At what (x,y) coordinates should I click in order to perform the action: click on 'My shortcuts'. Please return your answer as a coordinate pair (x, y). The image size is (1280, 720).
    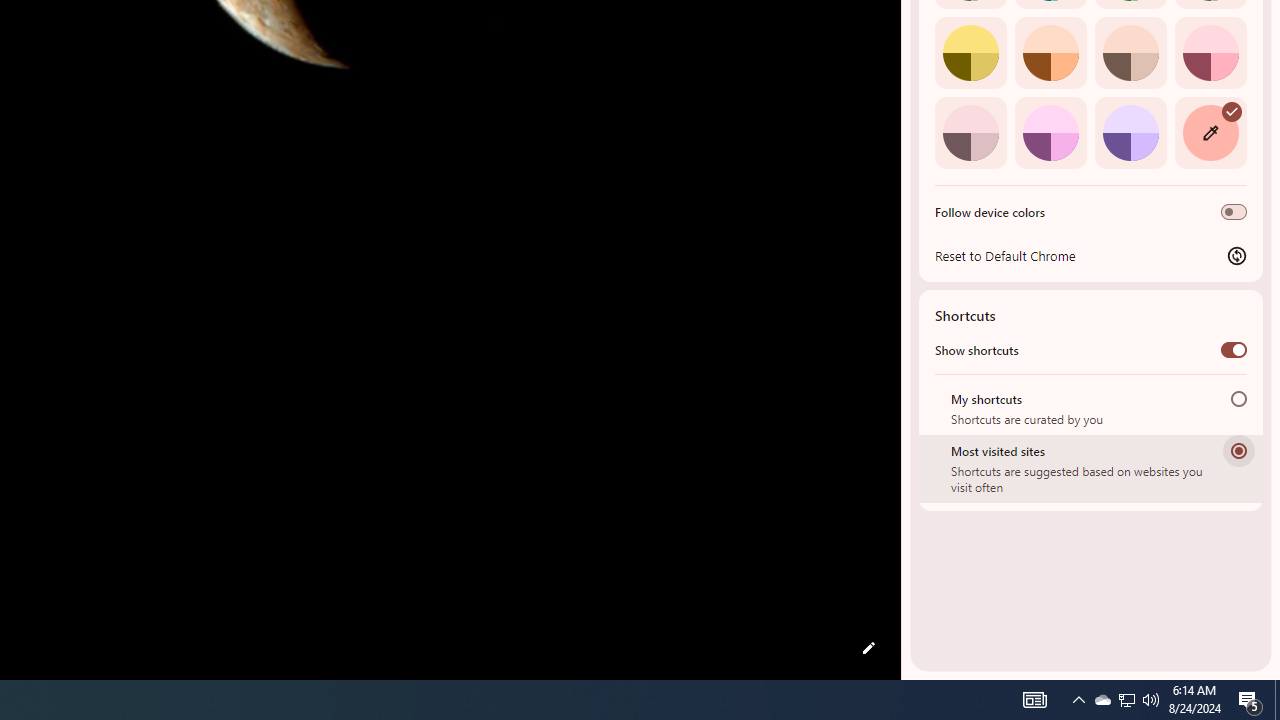
    Looking at the image, I should click on (1238, 398).